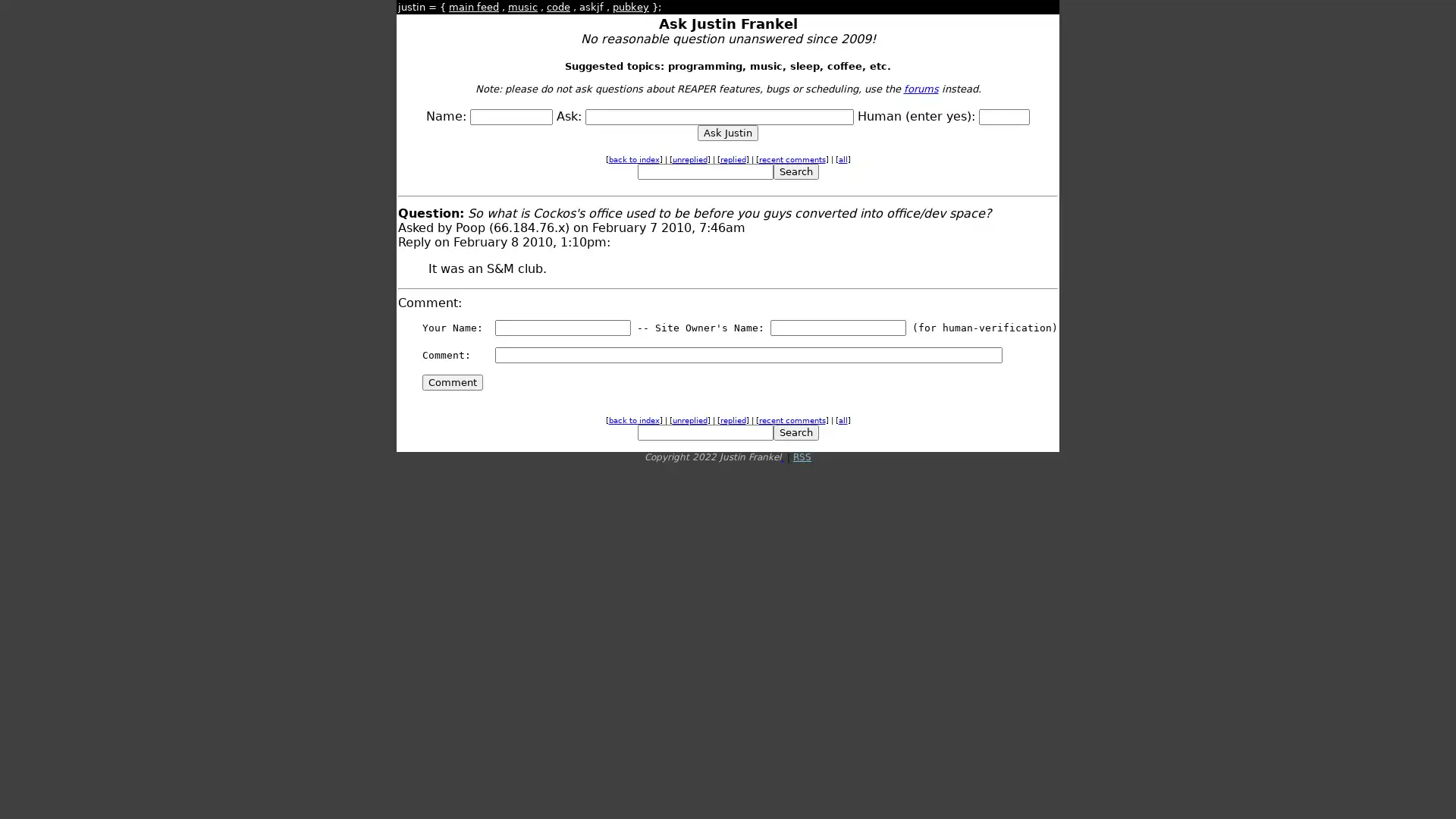 The image size is (1456, 819). What do you see at coordinates (728, 132) in the screenshot?
I see `Ask Justin` at bounding box center [728, 132].